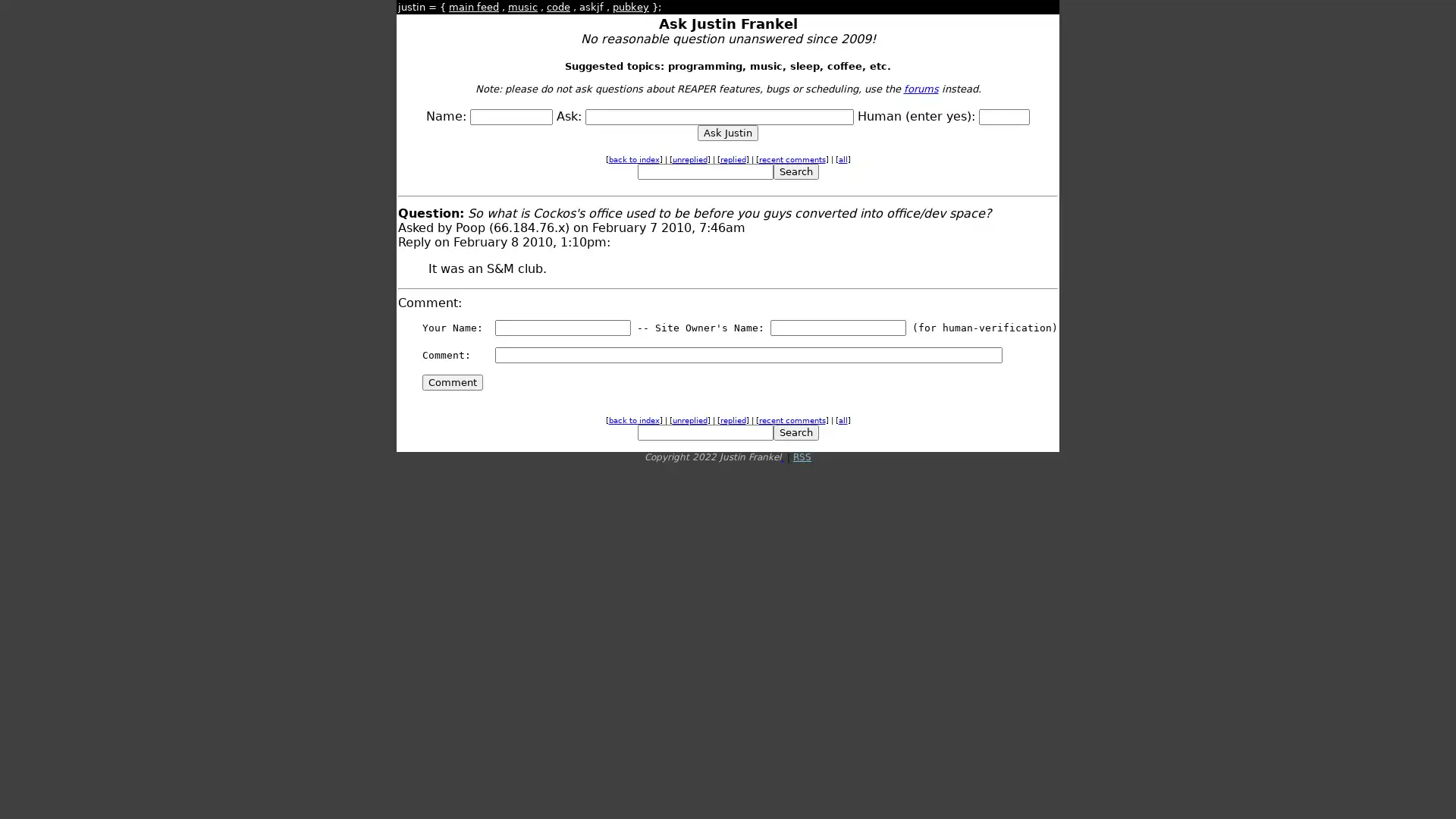 The image size is (1456, 819). What do you see at coordinates (728, 132) in the screenshot?
I see `Ask Justin` at bounding box center [728, 132].